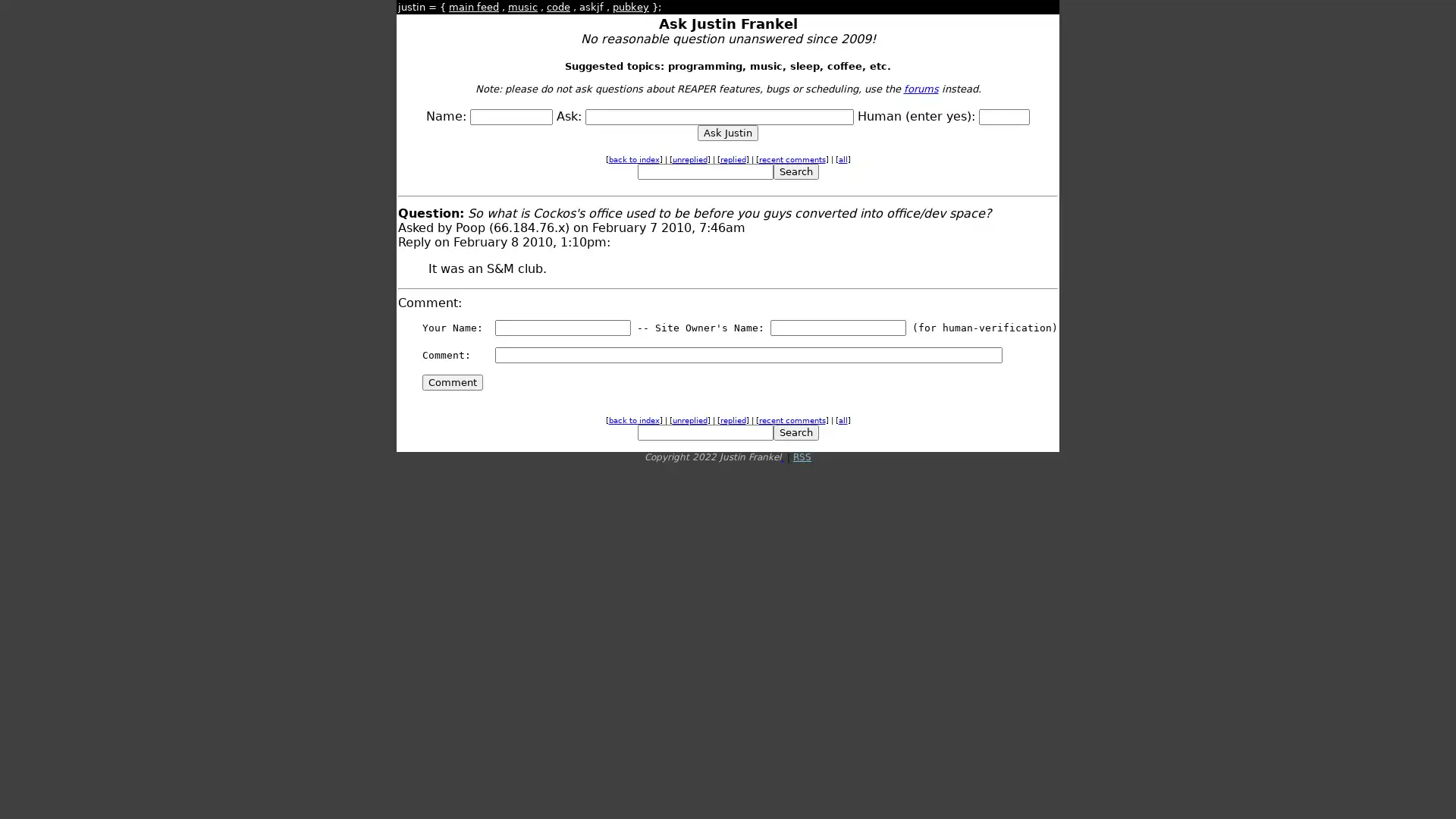 The image size is (1456, 819). What do you see at coordinates (728, 132) in the screenshot?
I see `Ask Justin` at bounding box center [728, 132].